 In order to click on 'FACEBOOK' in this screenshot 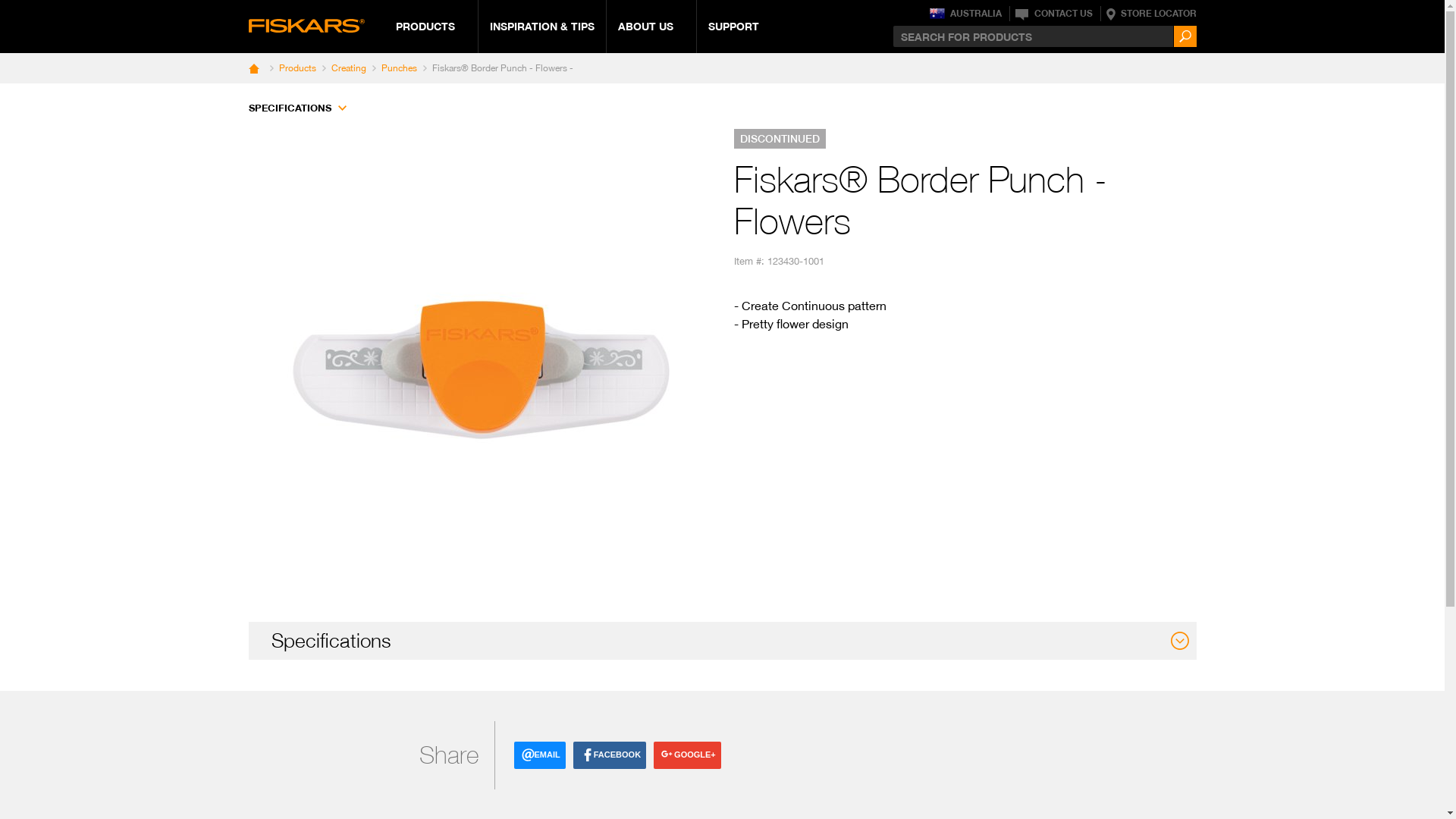, I will do `click(609, 755)`.